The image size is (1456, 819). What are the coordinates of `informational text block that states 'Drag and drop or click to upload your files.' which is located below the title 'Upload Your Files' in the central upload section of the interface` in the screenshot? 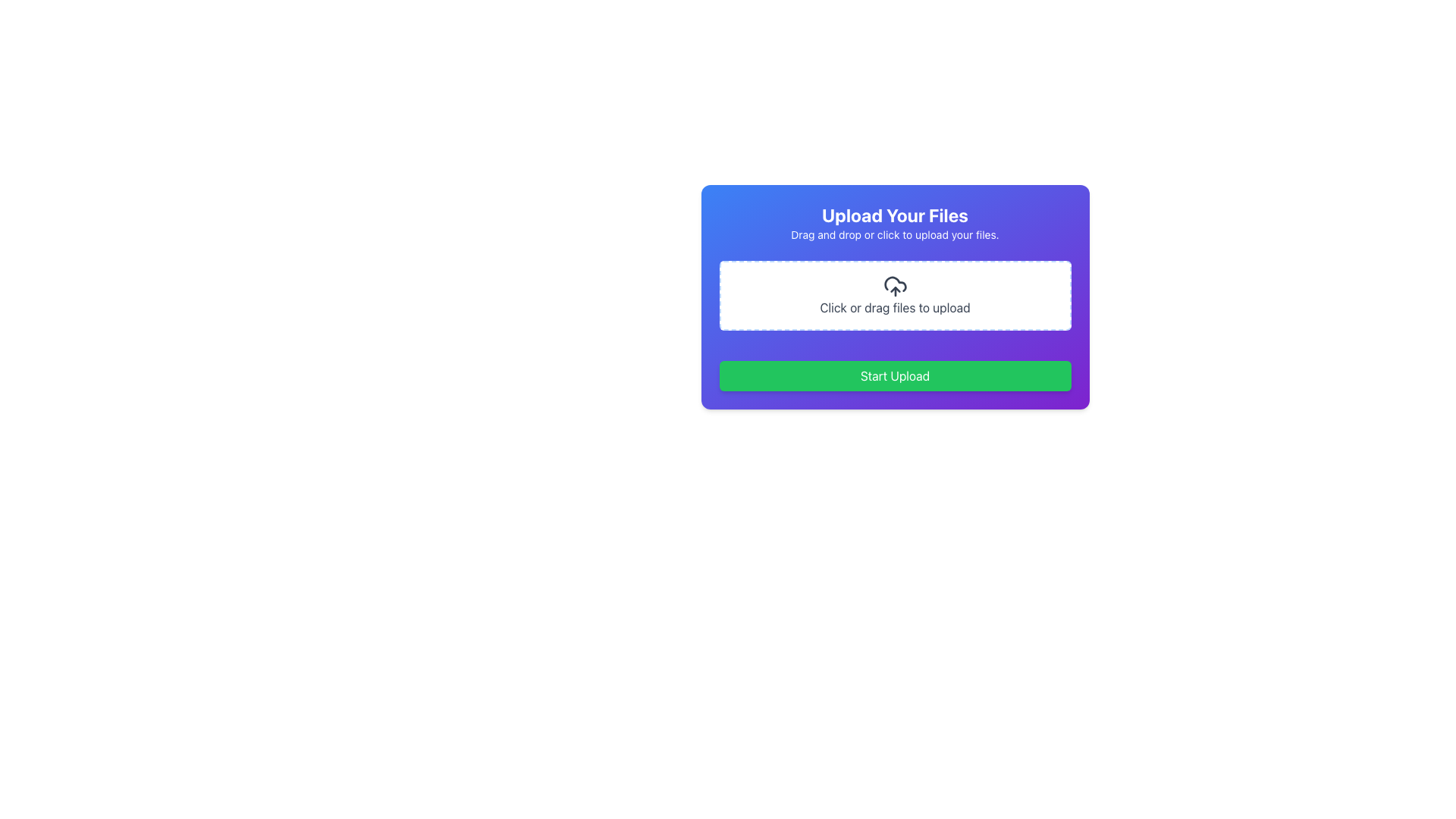 It's located at (895, 234).